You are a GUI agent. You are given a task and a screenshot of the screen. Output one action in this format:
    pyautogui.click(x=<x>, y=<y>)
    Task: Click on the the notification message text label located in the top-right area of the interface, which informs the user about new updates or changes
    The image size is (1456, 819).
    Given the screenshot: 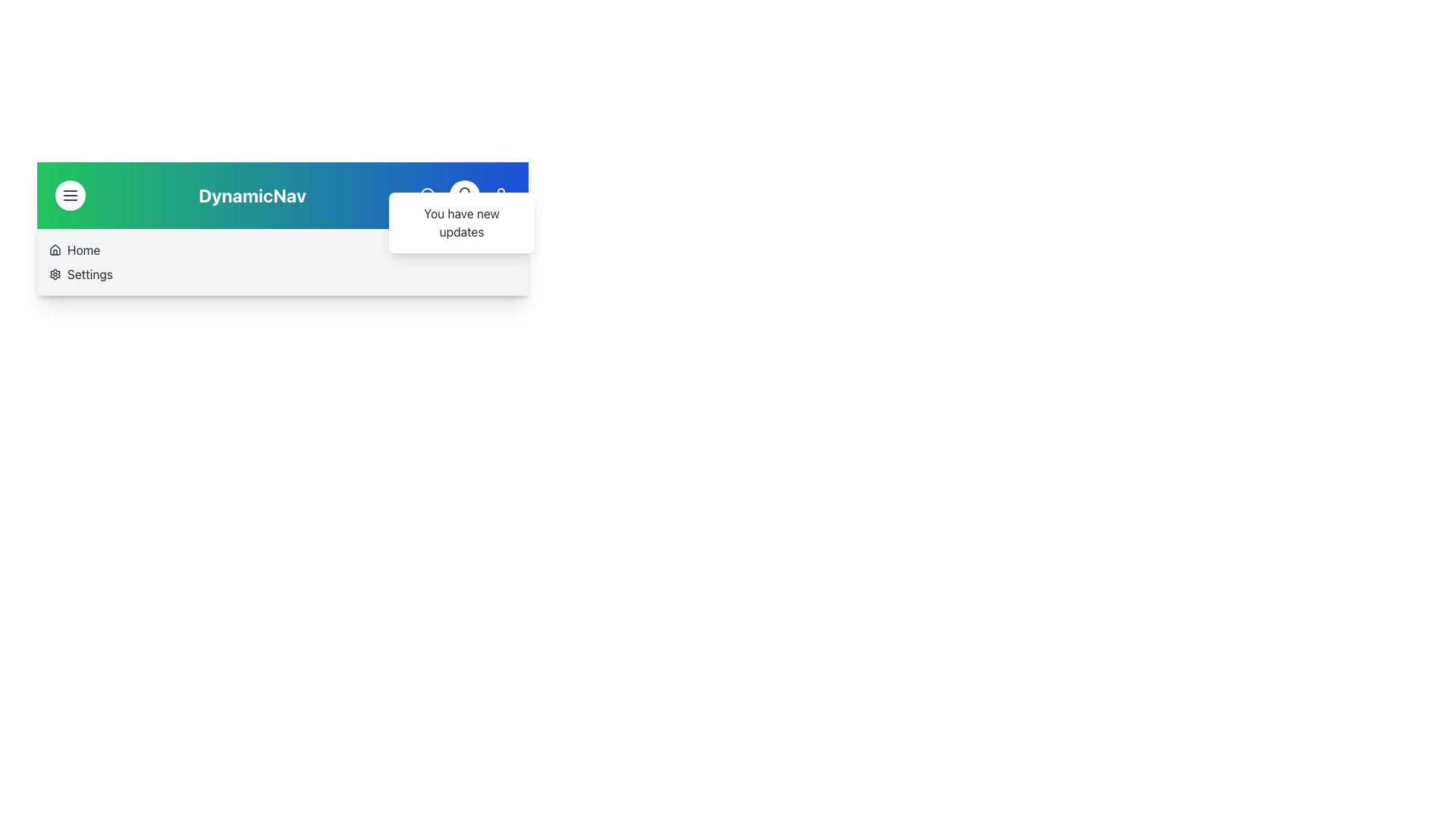 What is the action you would take?
    pyautogui.click(x=461, y=222)
    